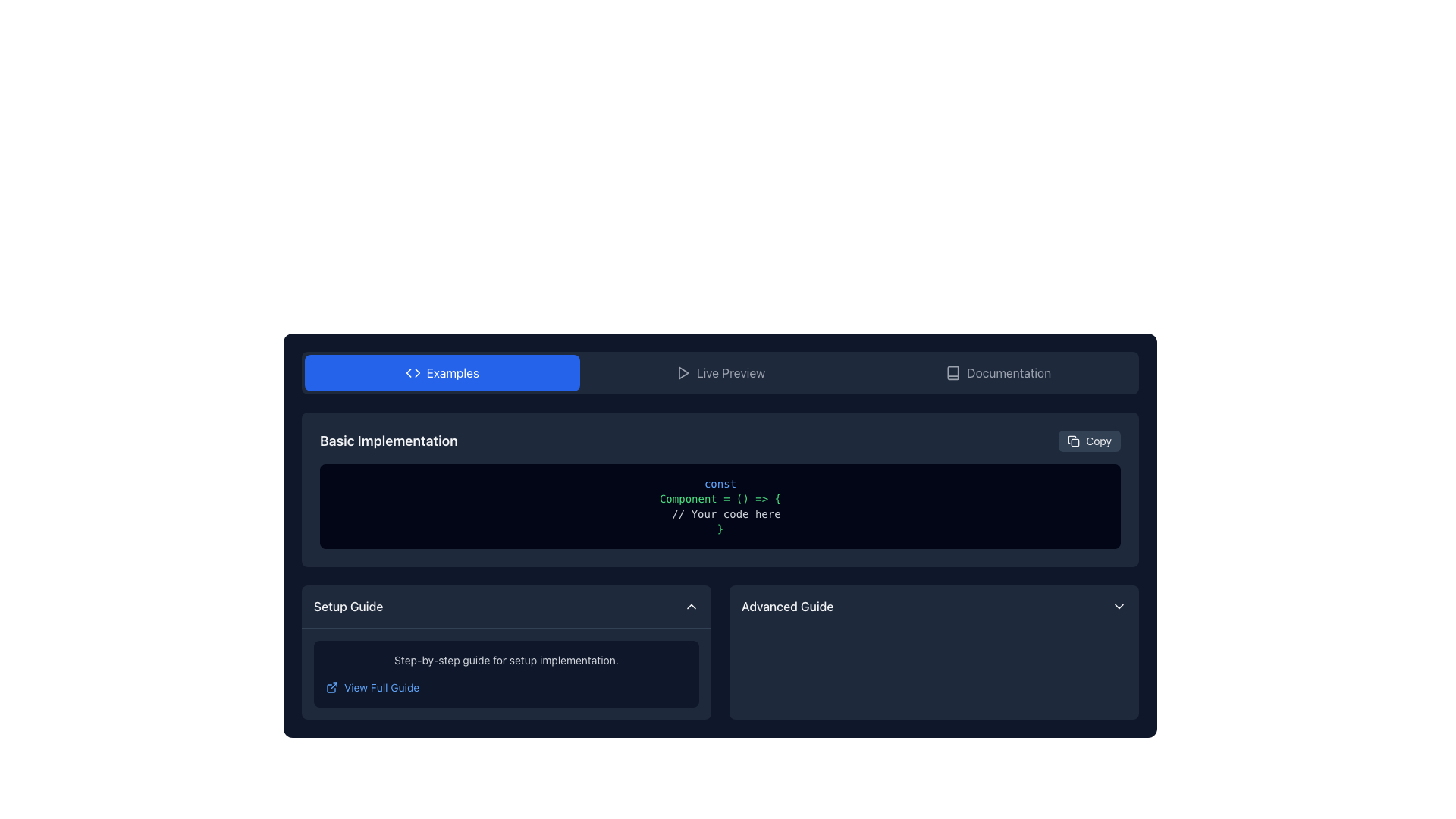  I want to click on the hyperlink with the associated icon located in the 'Setup Guide' panel at the bottom-left area of the interface, so click(372, 687).